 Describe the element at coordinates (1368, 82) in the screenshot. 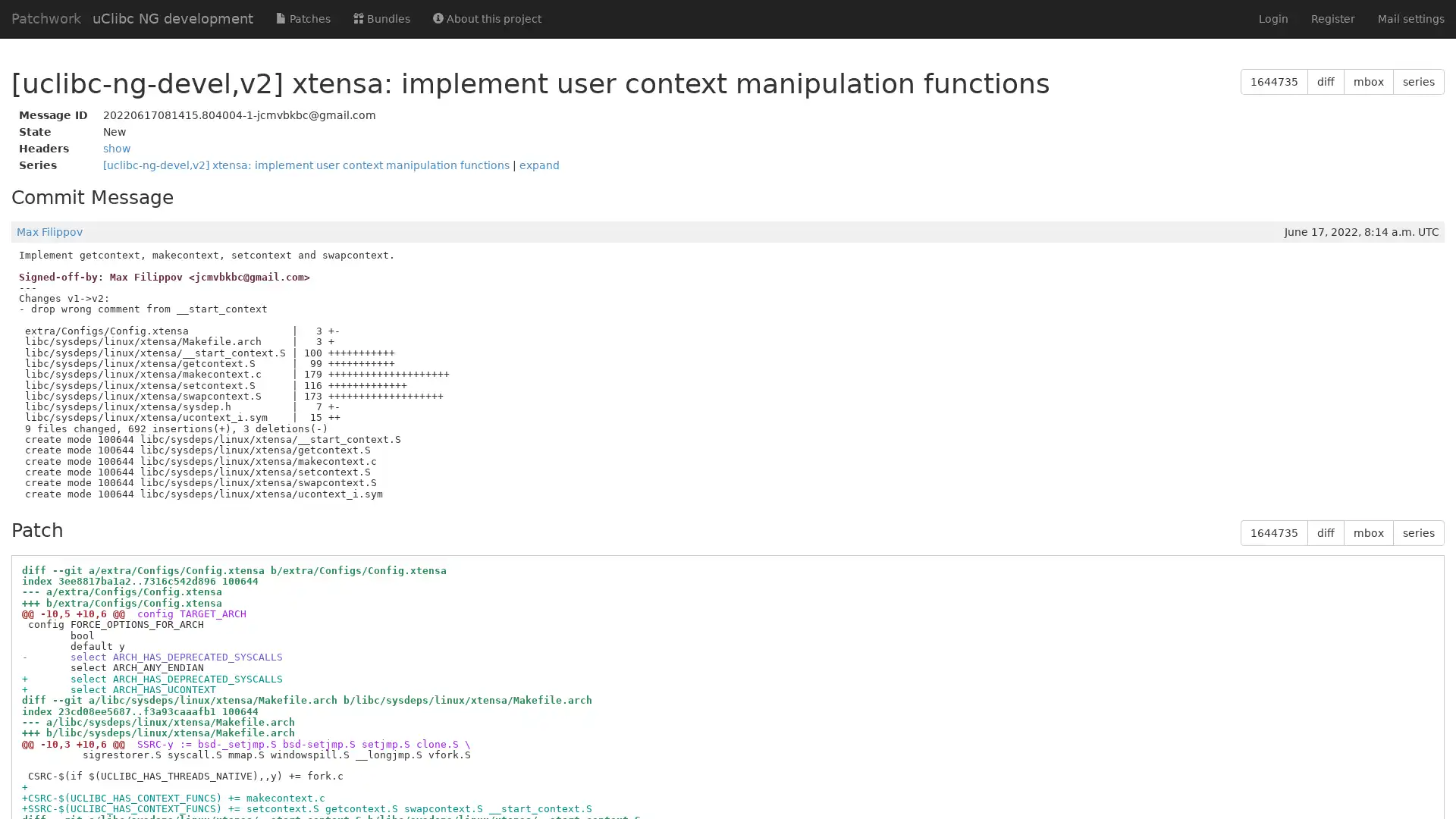

I see `mbox` at that location.